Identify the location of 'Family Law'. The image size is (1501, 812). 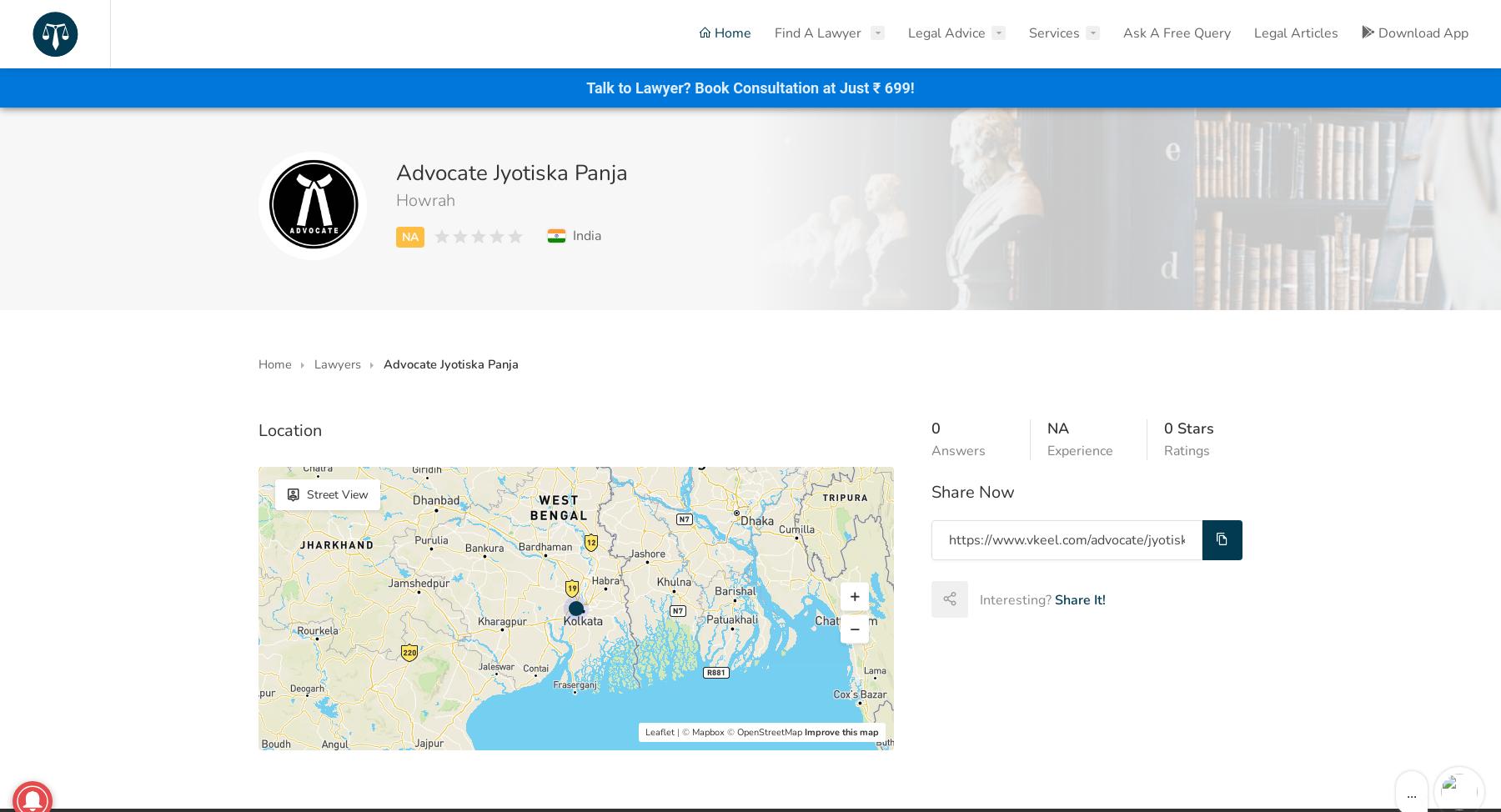
(566, 156).